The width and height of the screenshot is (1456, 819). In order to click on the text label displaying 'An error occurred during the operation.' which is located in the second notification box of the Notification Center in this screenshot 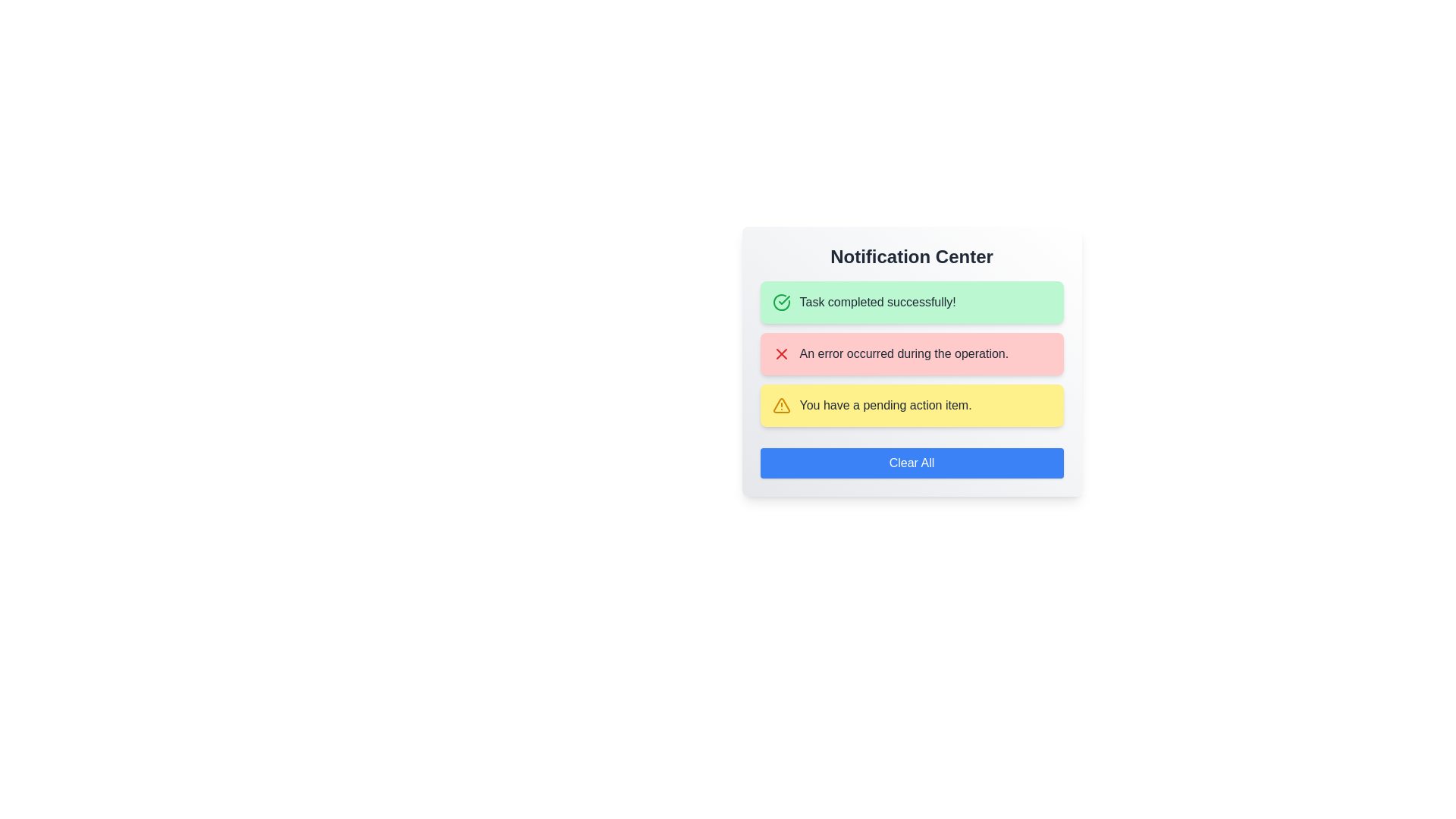, I will do `click(904, 353)`.